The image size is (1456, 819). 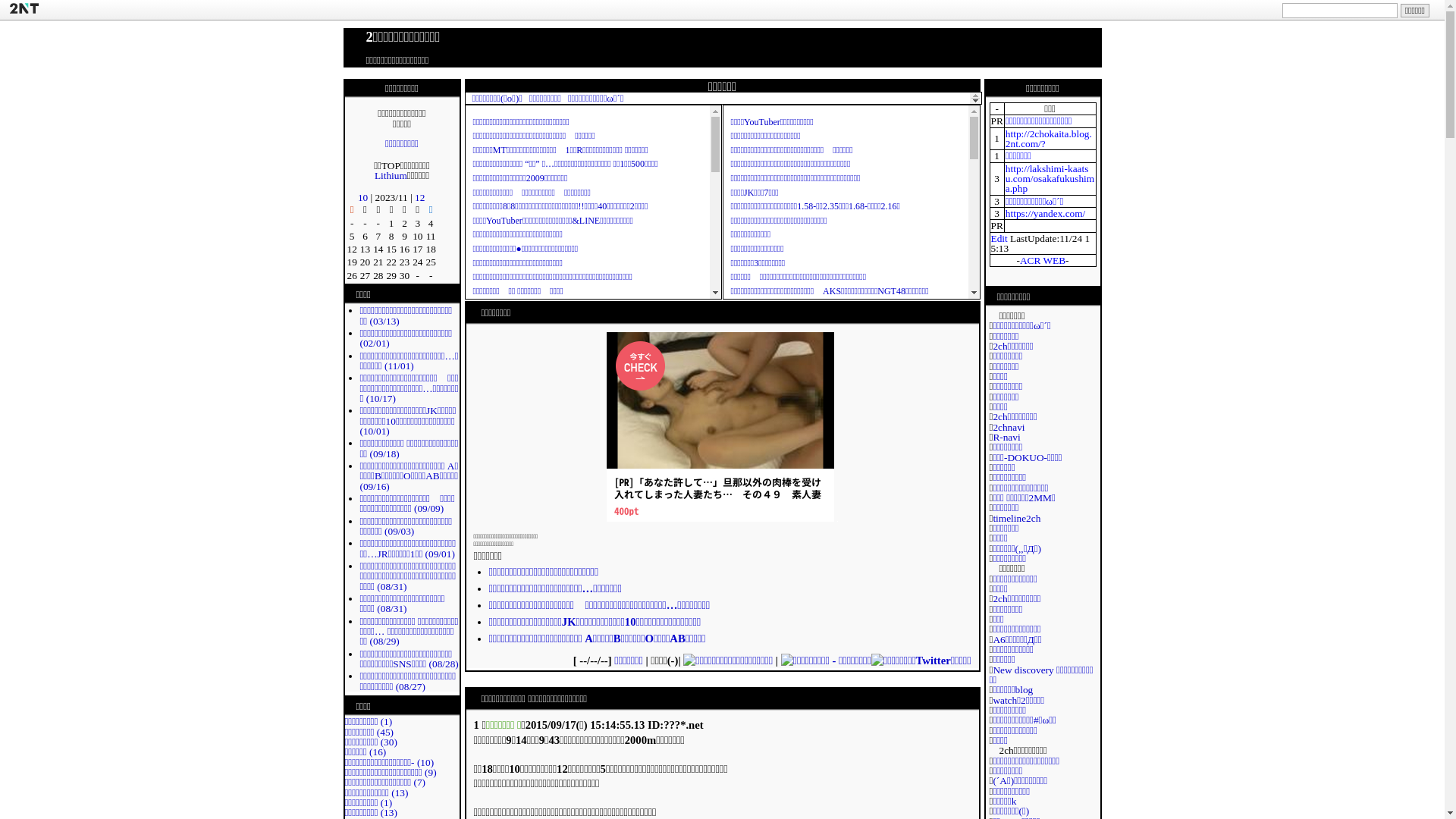 What do you see at coordinates (1047, 138) in the screenshot?
I see `'http://2chokaita.blog.2nt.com/?'` at bounding box center [1047, 138].